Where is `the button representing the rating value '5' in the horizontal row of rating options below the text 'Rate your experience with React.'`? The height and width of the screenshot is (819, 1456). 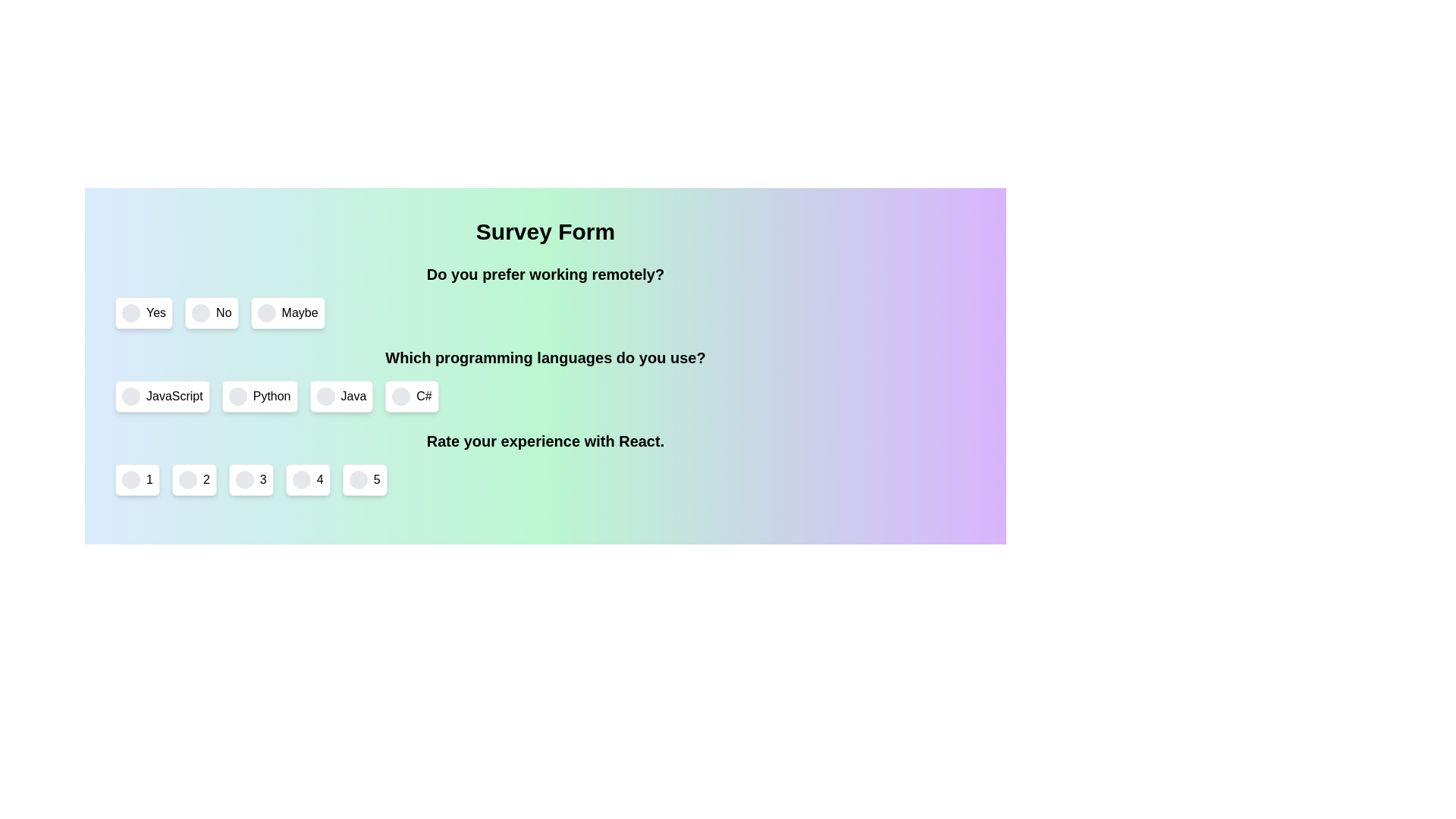 the button representing the rating value '5' in the horizontal row of rating options below the text 'Rate your experience with React.' is located at coordinates (365, 479).